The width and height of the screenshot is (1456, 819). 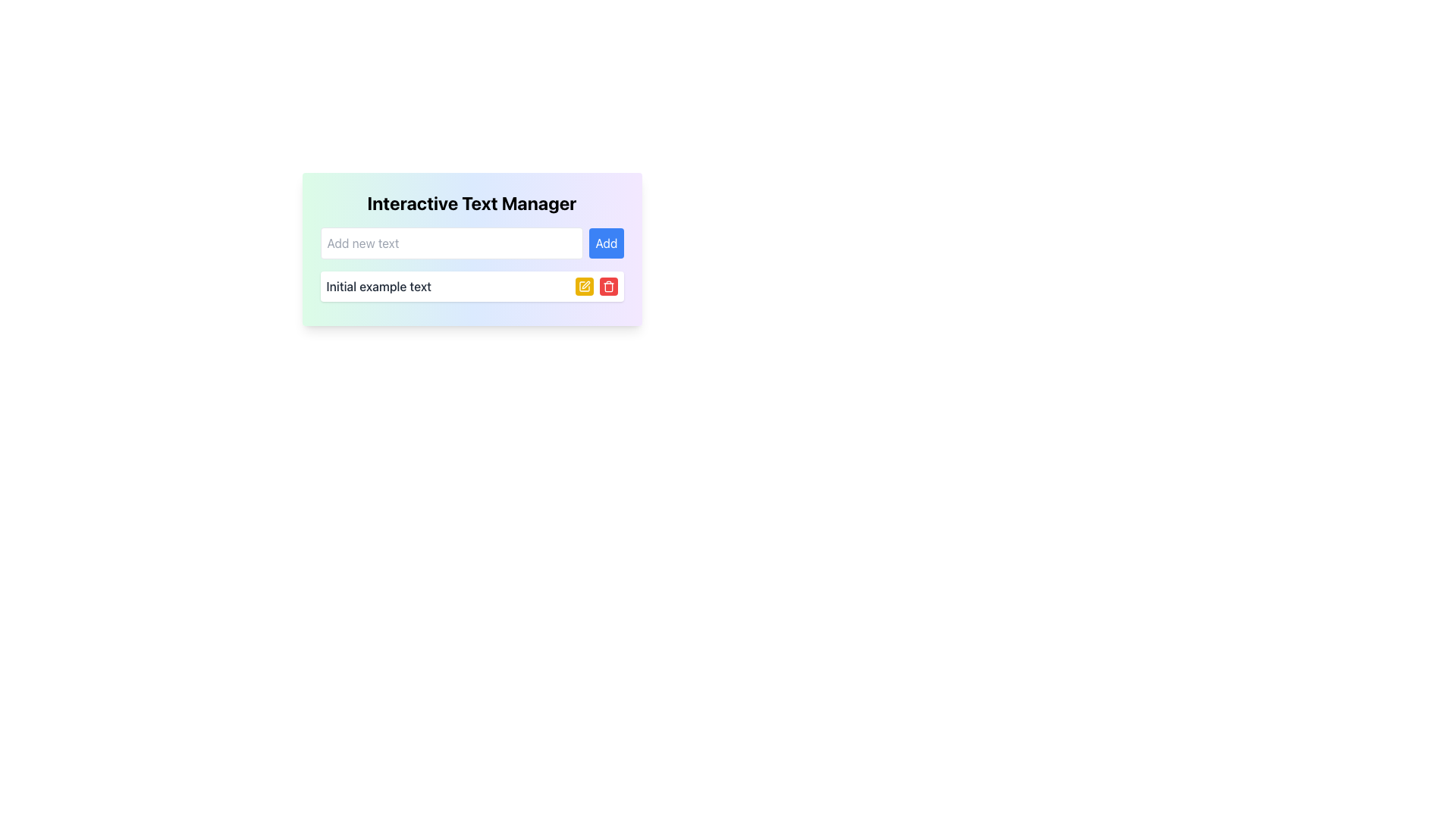 What do you see at coordinates (583, 287) in the screenshot?
I see `the edit button located to the right of the text field labeled 'Initial example text'` at bounding box center [583, 287].